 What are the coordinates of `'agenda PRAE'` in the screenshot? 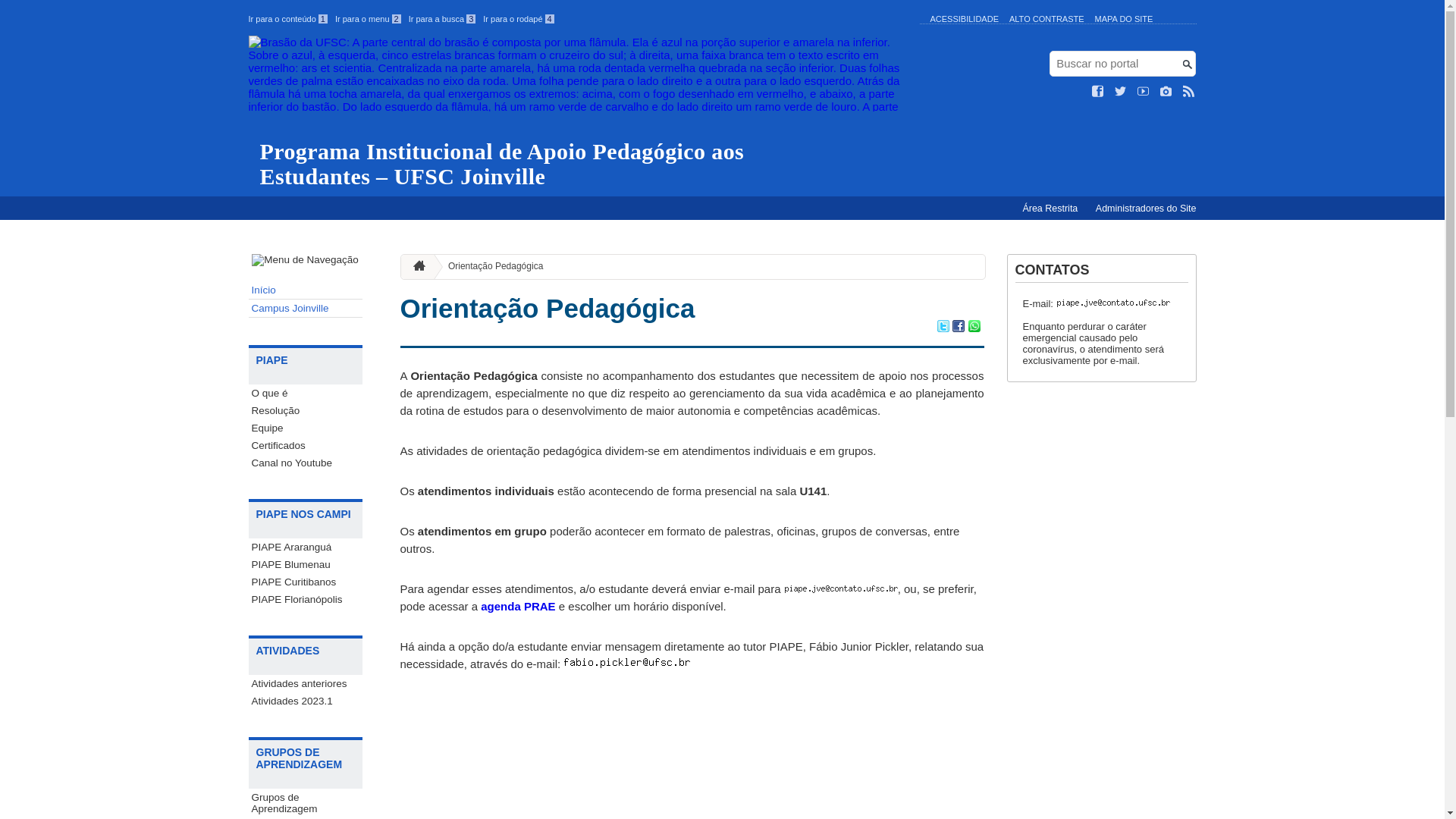 It's located at (517, 605).